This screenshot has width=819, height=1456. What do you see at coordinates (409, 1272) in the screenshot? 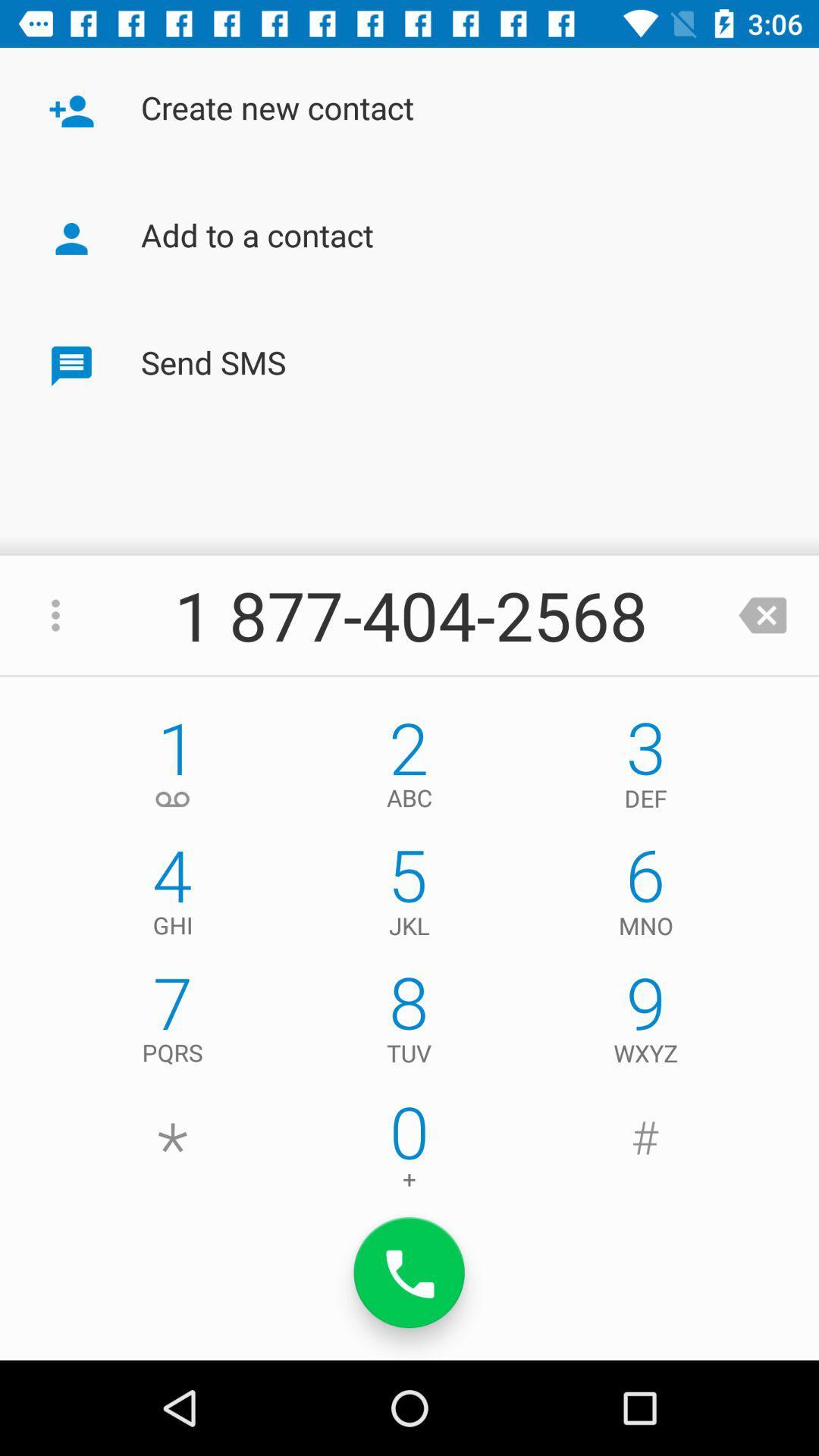
I see `the call icon` at bounding box center [409, 1272].